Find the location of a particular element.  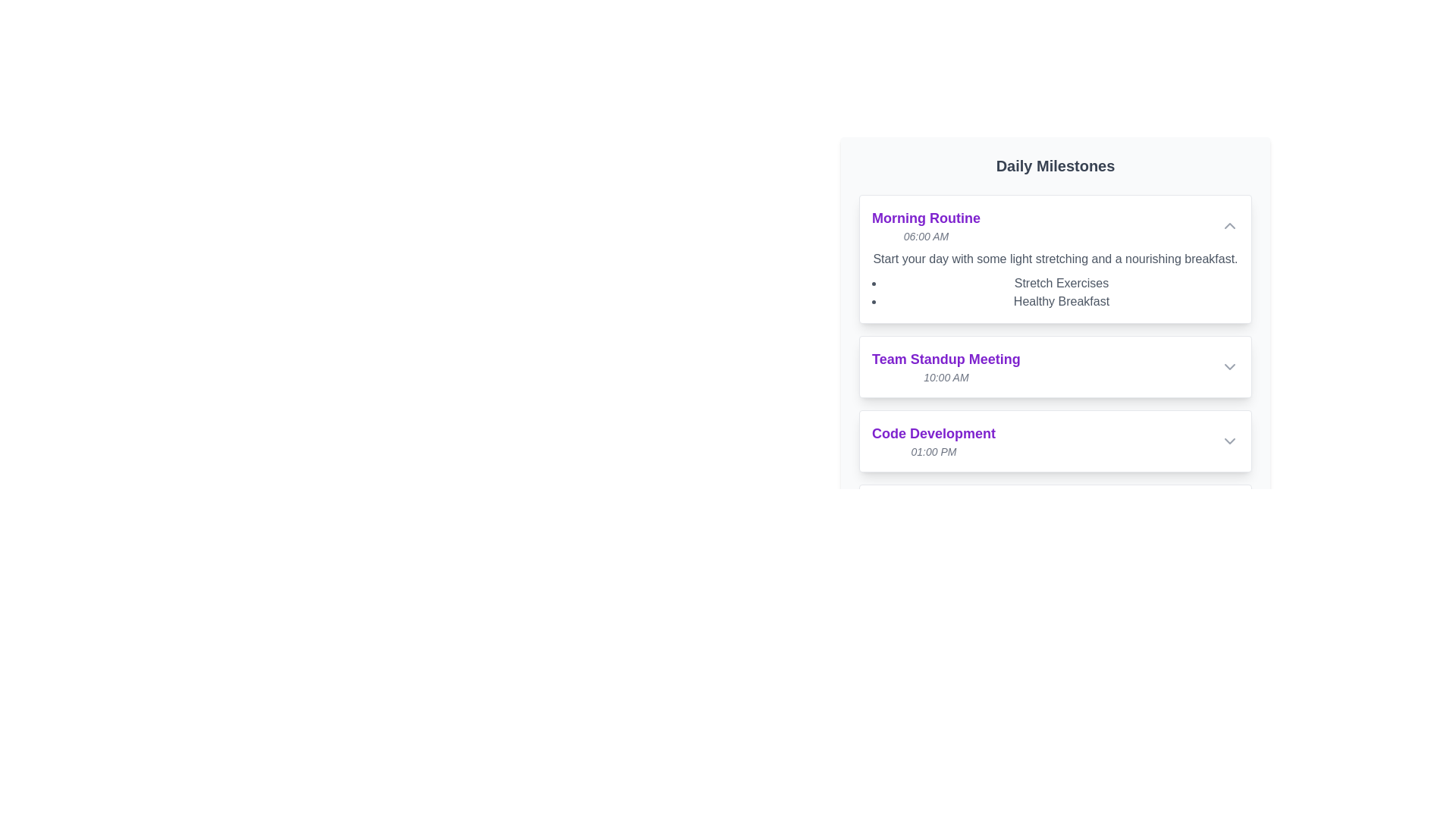

the upward-facing chevron icon button located in the top-right corner of the 'Morning Routine' section is located at coordinates (1230, 225).